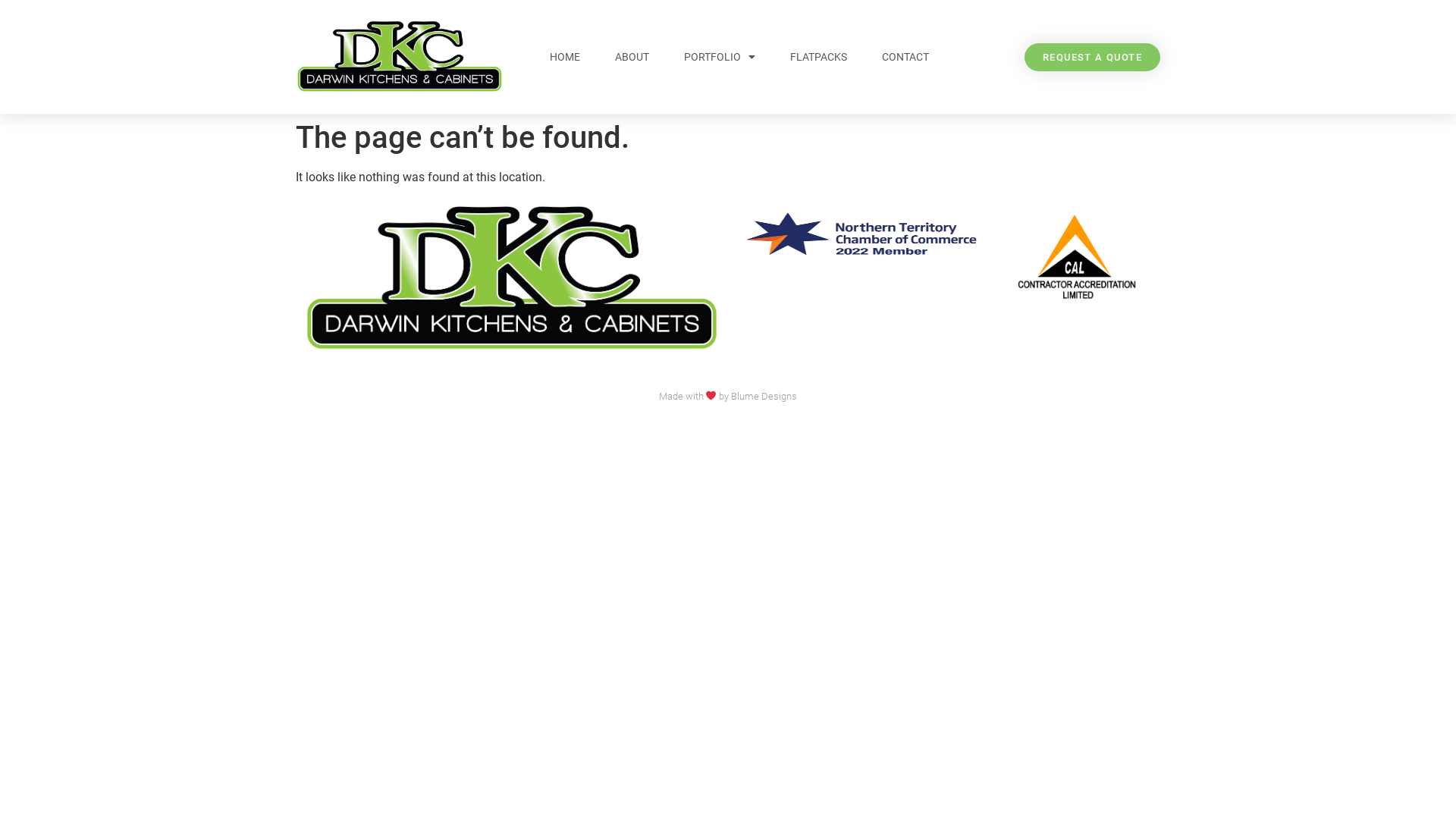  Describe the element at coordinates (728, 395) in the screenshot. I see `'Made with by Blume Designs'` at that location.